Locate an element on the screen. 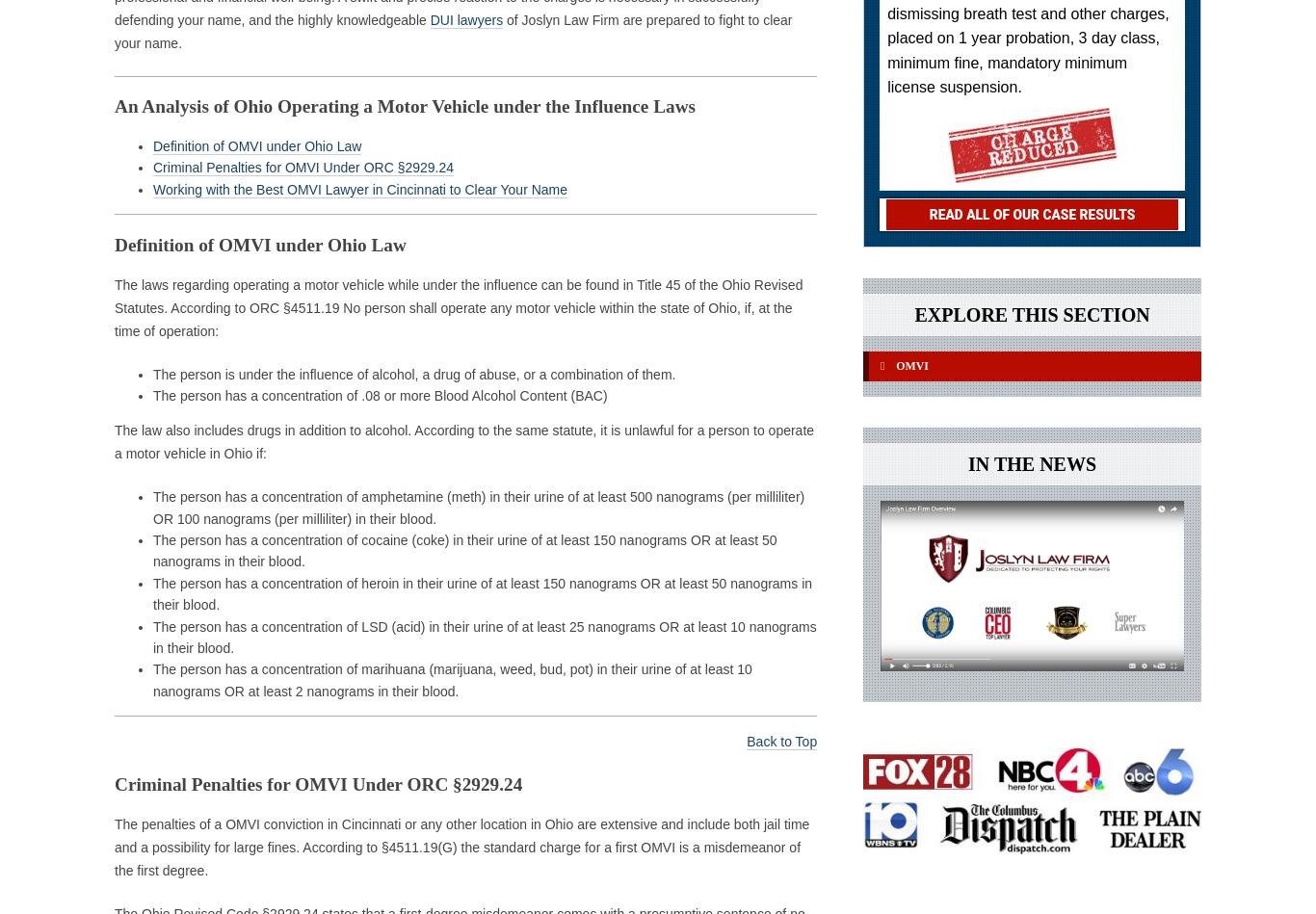  'The person has a concentration of heroin in their urine of at least 150 nanograms OR at least 50 nanograms in their blood.' is located at coordinates (483, 592).